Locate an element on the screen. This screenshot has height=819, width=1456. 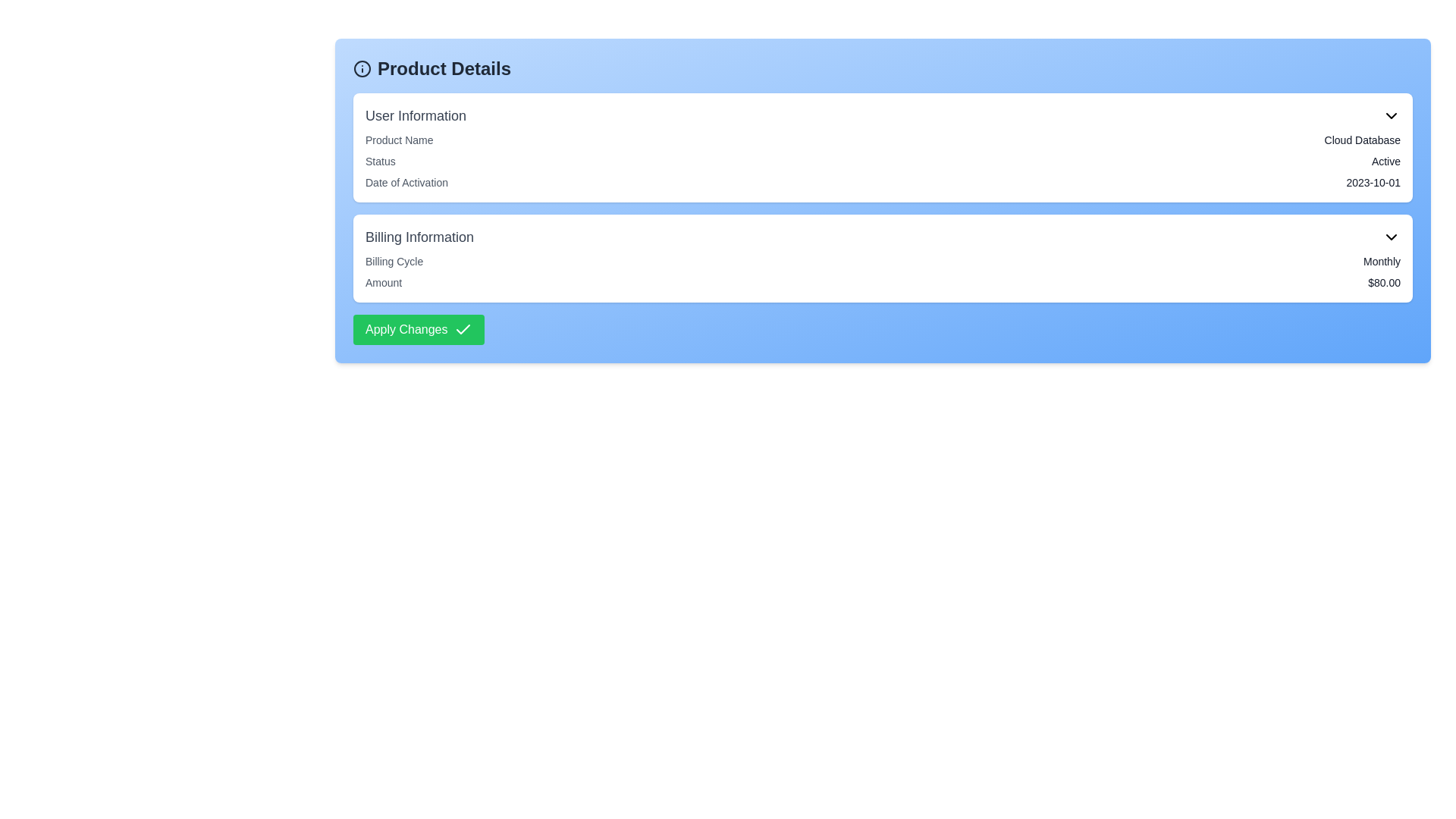
the button that applies changes in the form or settings located below 'Billing Information' to observe a visual change is located at coordinates (419, 329).